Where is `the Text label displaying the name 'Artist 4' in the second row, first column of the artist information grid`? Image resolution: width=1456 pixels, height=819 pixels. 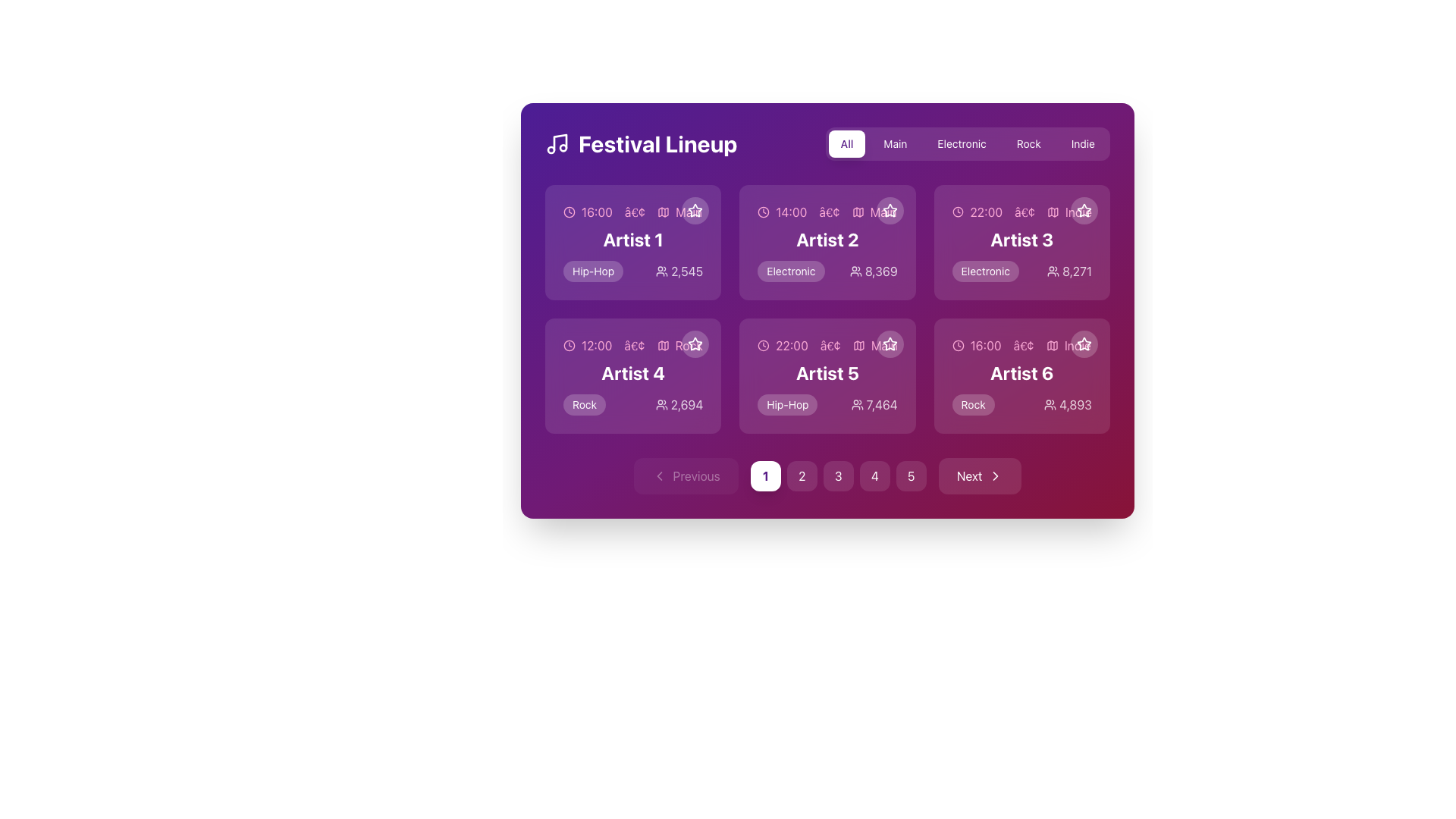
the Text label displaying the name 'Artist 4' in the second row, first column of the artist information grid is located at coordinates (633, 373).